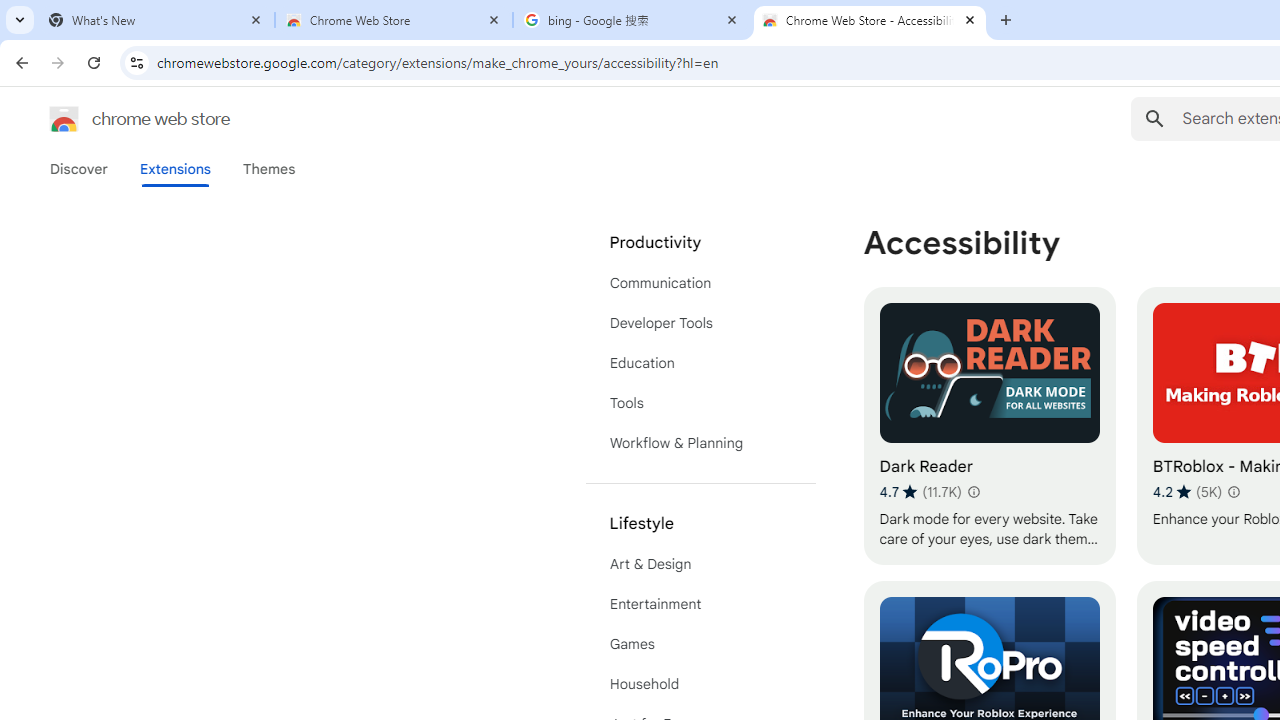 This screenshot has width=1280, height=720. Describe the element at coordinates (268, 168) in the screenshot. I see `'Themes'` at that location.